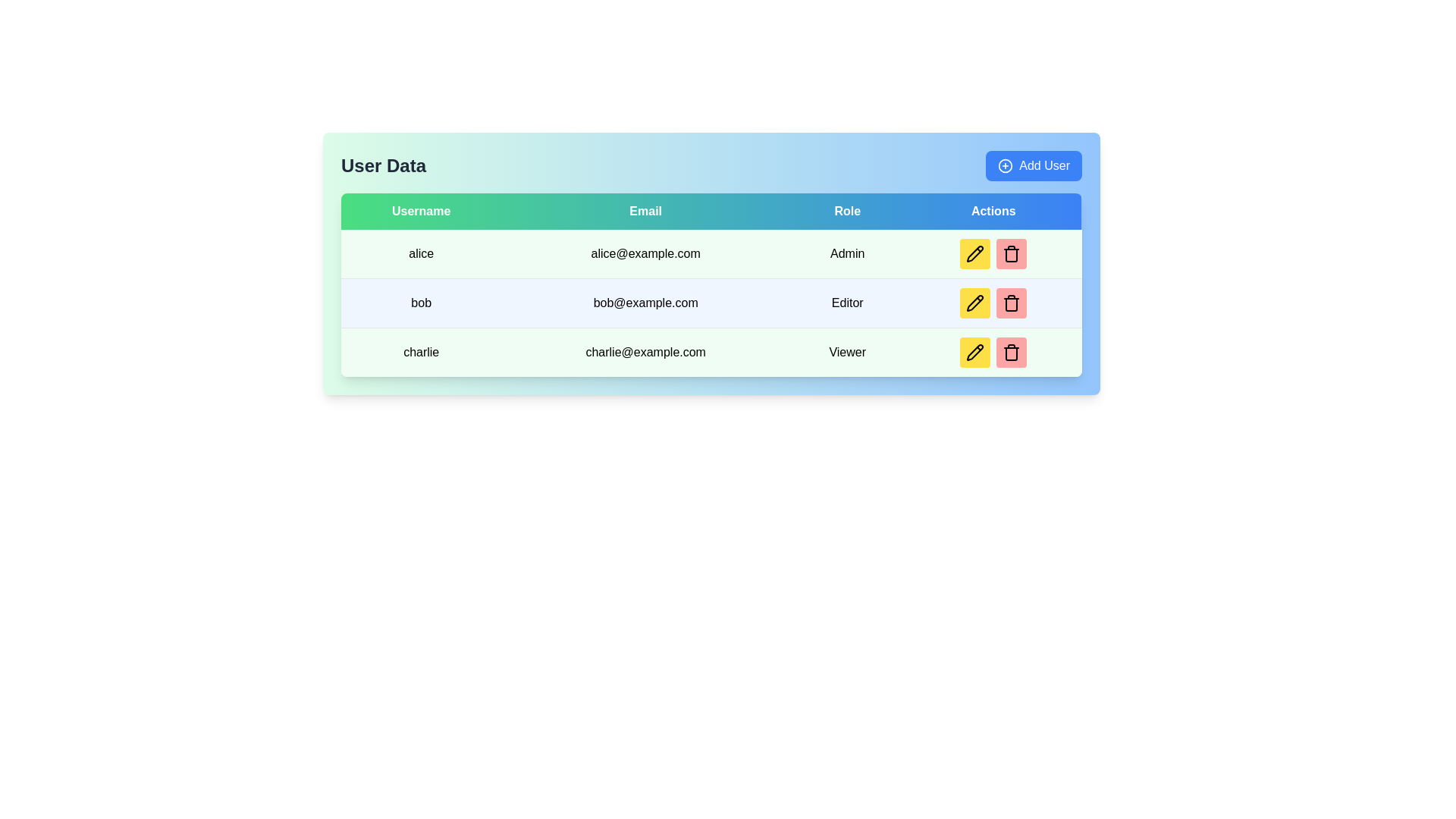  What do you see at coordinates (846, 303) in the screenshot?
I see `the static text element displaying 'Editor' in the Role column of the table, which is aligned under the 'Role' header and is the third item in the row containing user 'bob'` at bounding box center [846, 303].